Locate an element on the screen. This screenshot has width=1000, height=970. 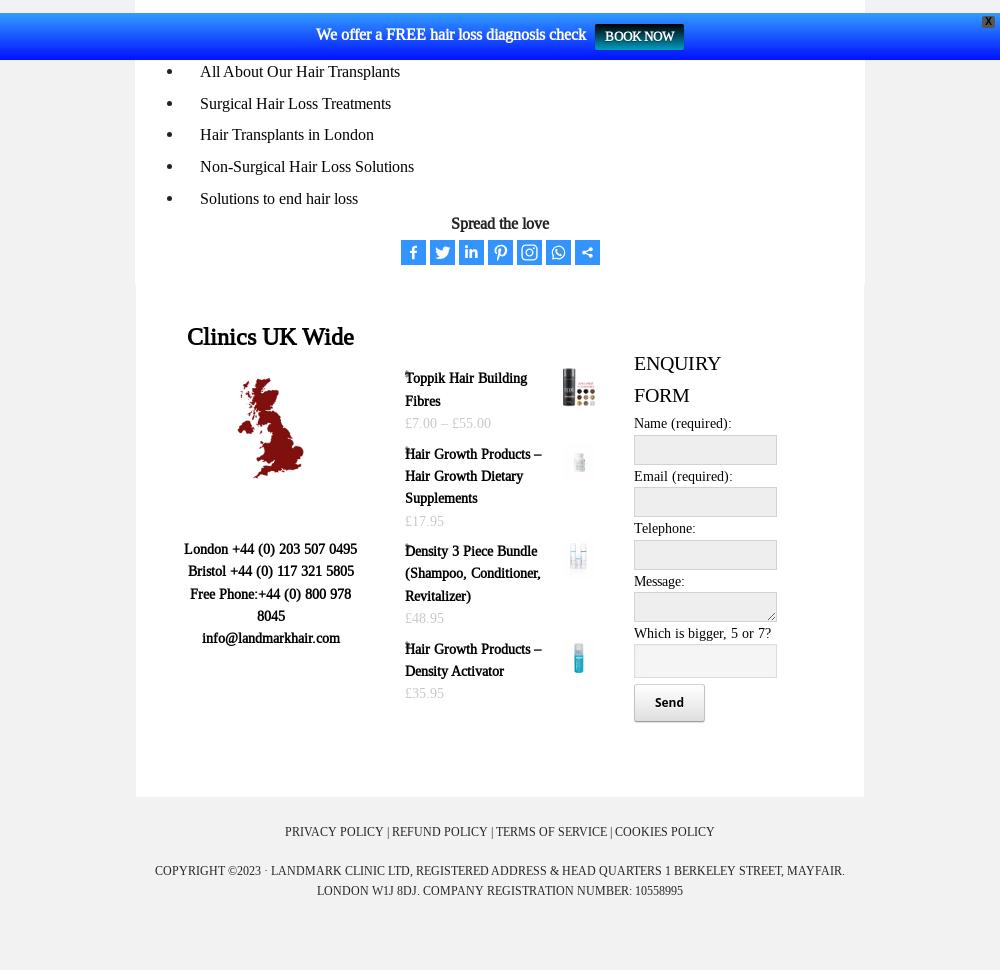
'Toppik Hair Building Fibres' is located at coordinates (464, 388).